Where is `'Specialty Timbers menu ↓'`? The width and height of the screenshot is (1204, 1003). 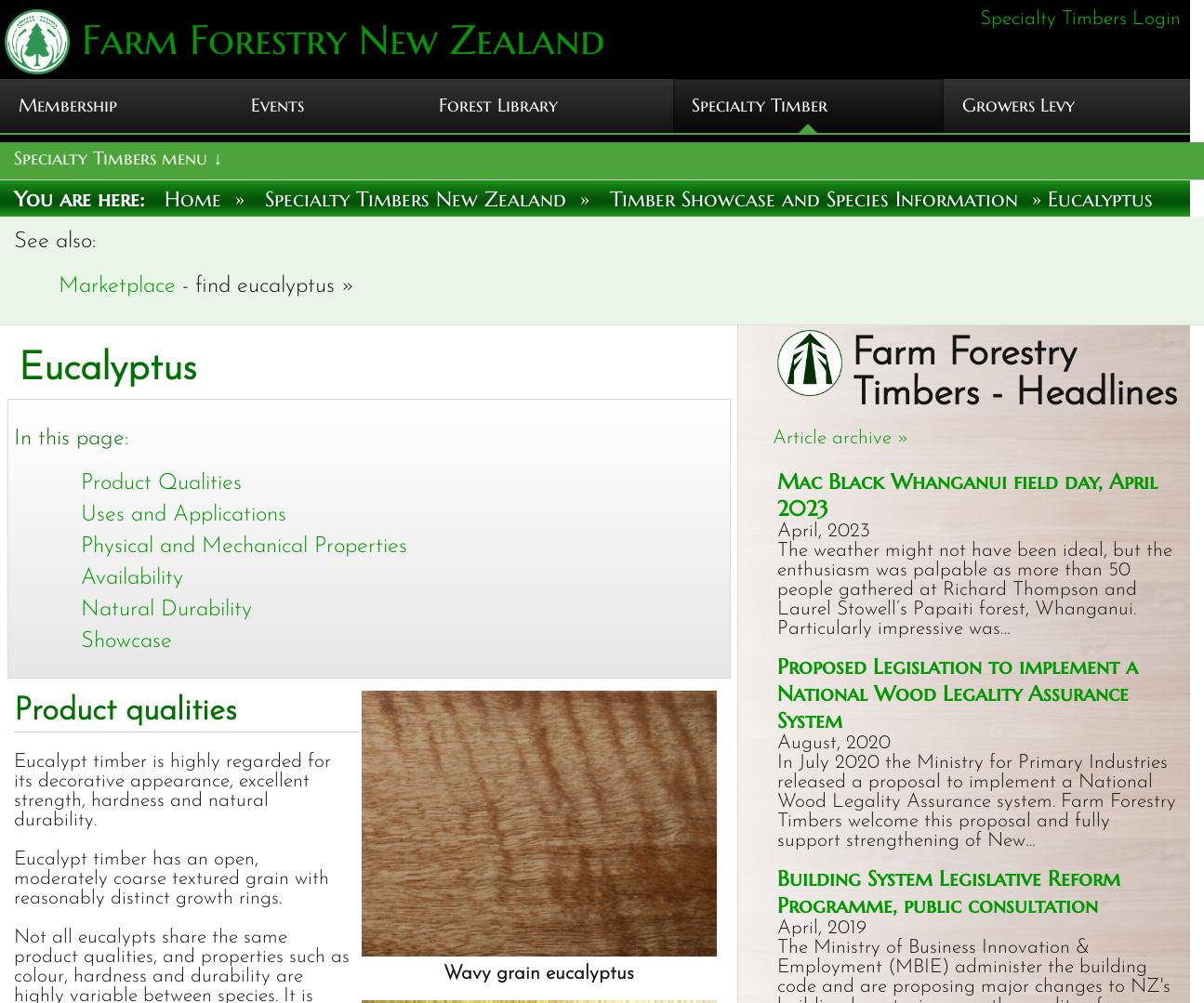
'Specialty Timbers menu ↓' is located at coordinates (118, 158).